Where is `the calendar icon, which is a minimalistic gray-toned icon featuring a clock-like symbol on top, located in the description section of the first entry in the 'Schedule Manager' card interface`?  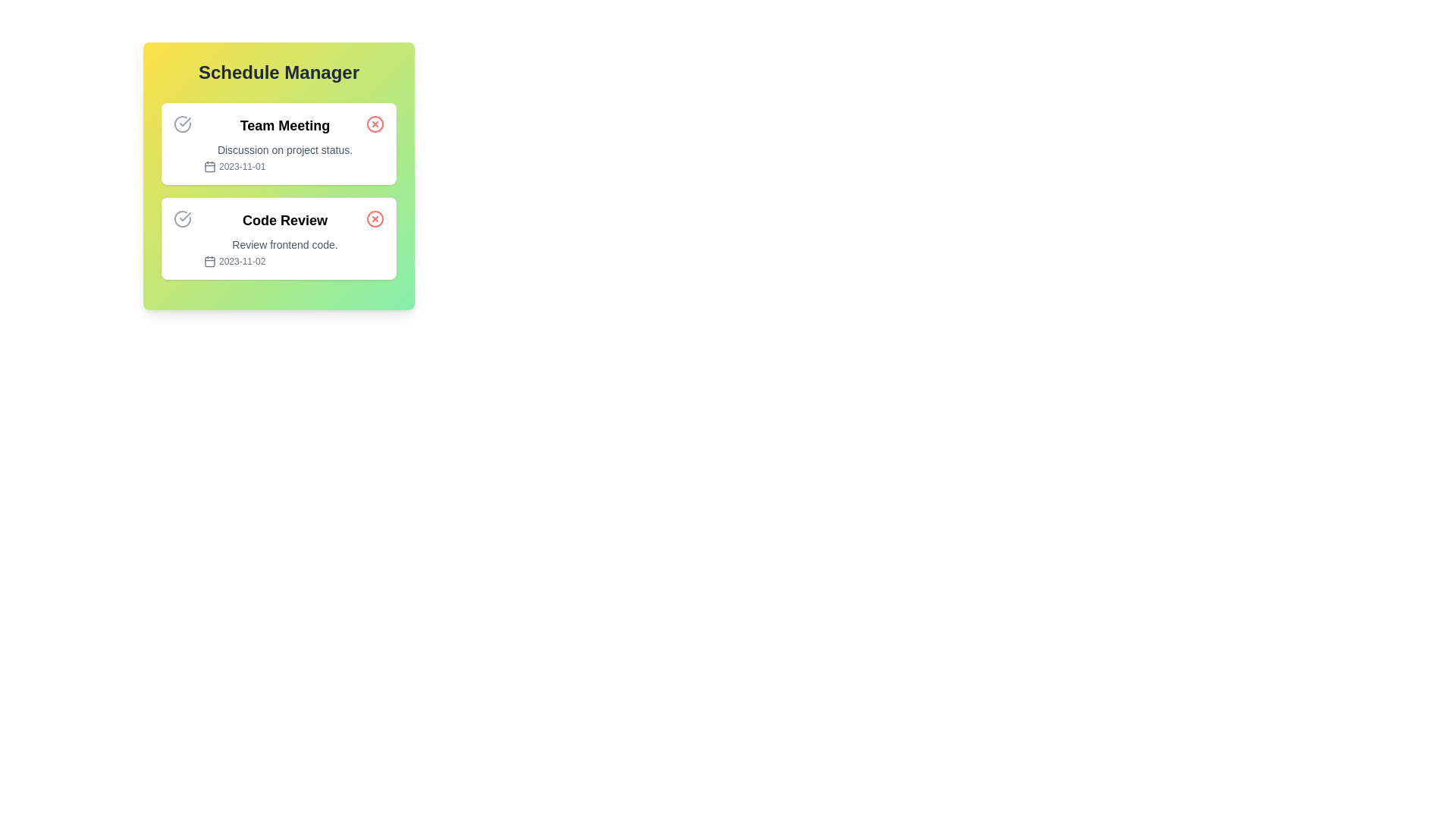 the calendar icon, which is a minimalistic gray-toned icon featuring a clock-like symbol on top, located in the description section of the first entry in the 'Schedule Manager' card interface is located at coordinates (209, 166).